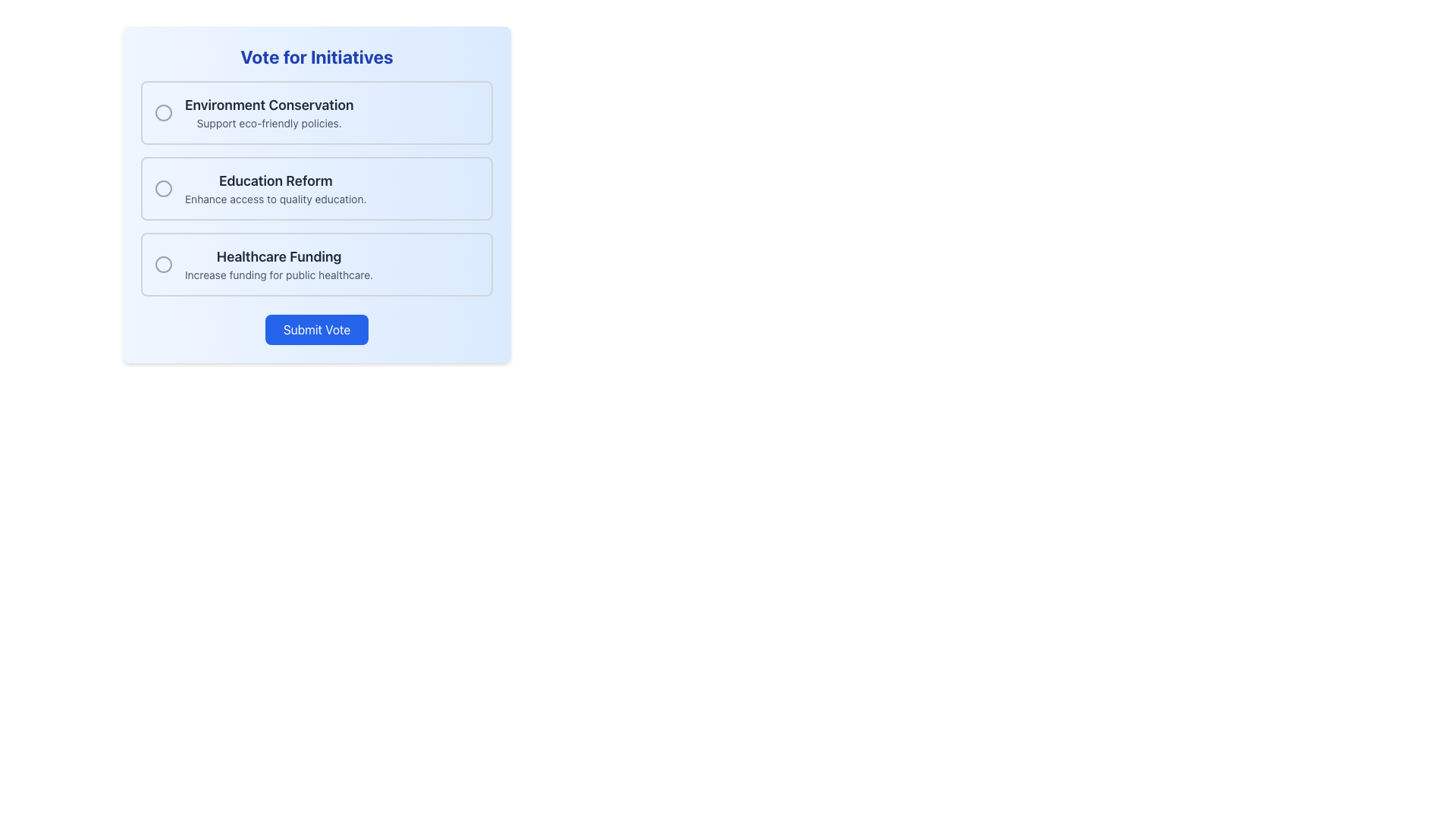  Describe the element at coordinates (279, 275) in the screenshot. I see `descriptive text label that states 'Increase funding for public healthcare.' located below the title 'Healthcare Funding' in the 'Vote for Initiatives' interface` at that location.